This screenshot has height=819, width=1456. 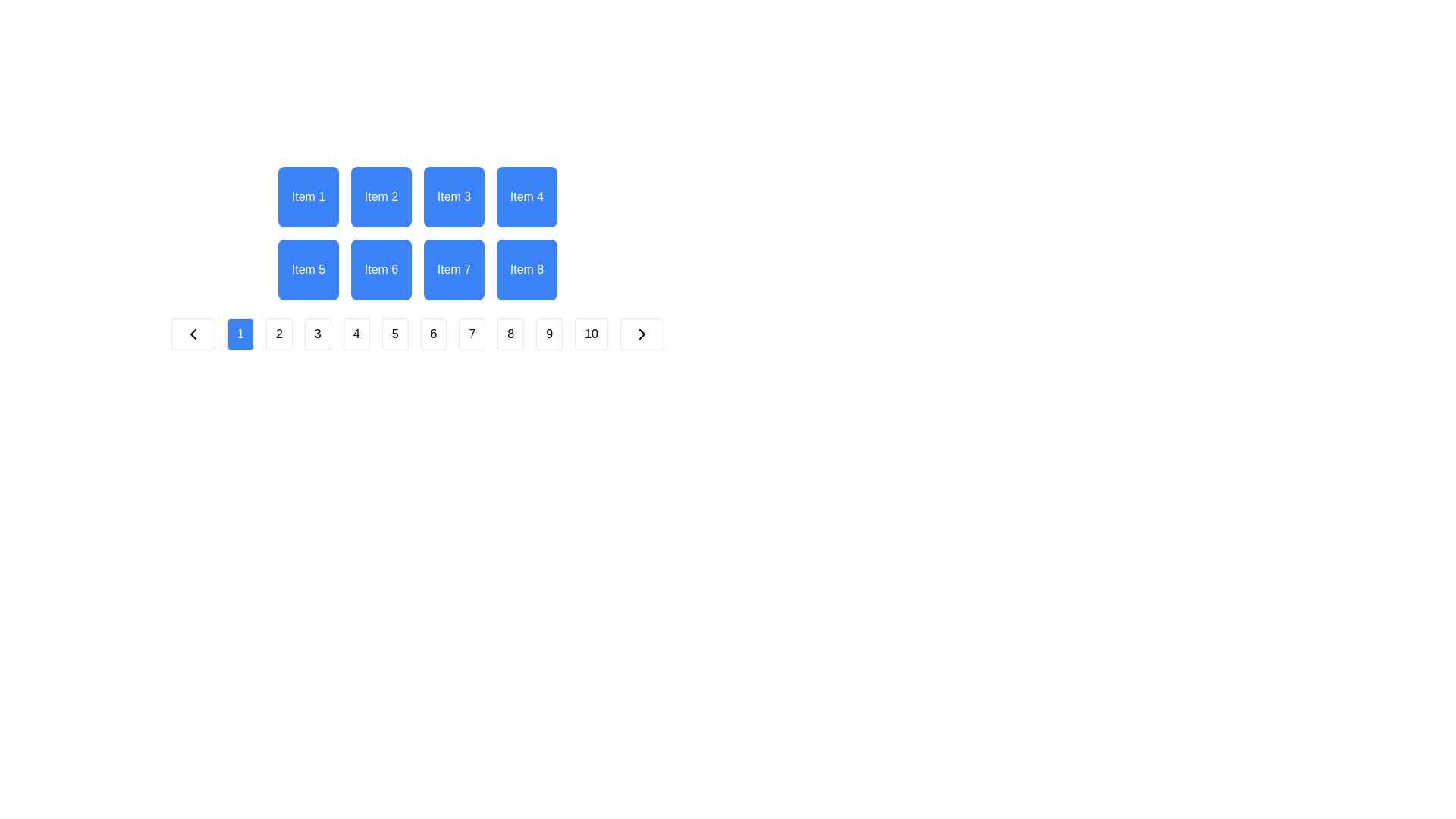 I want to click on the fourth pagination control button, so click(x=356, y=333).